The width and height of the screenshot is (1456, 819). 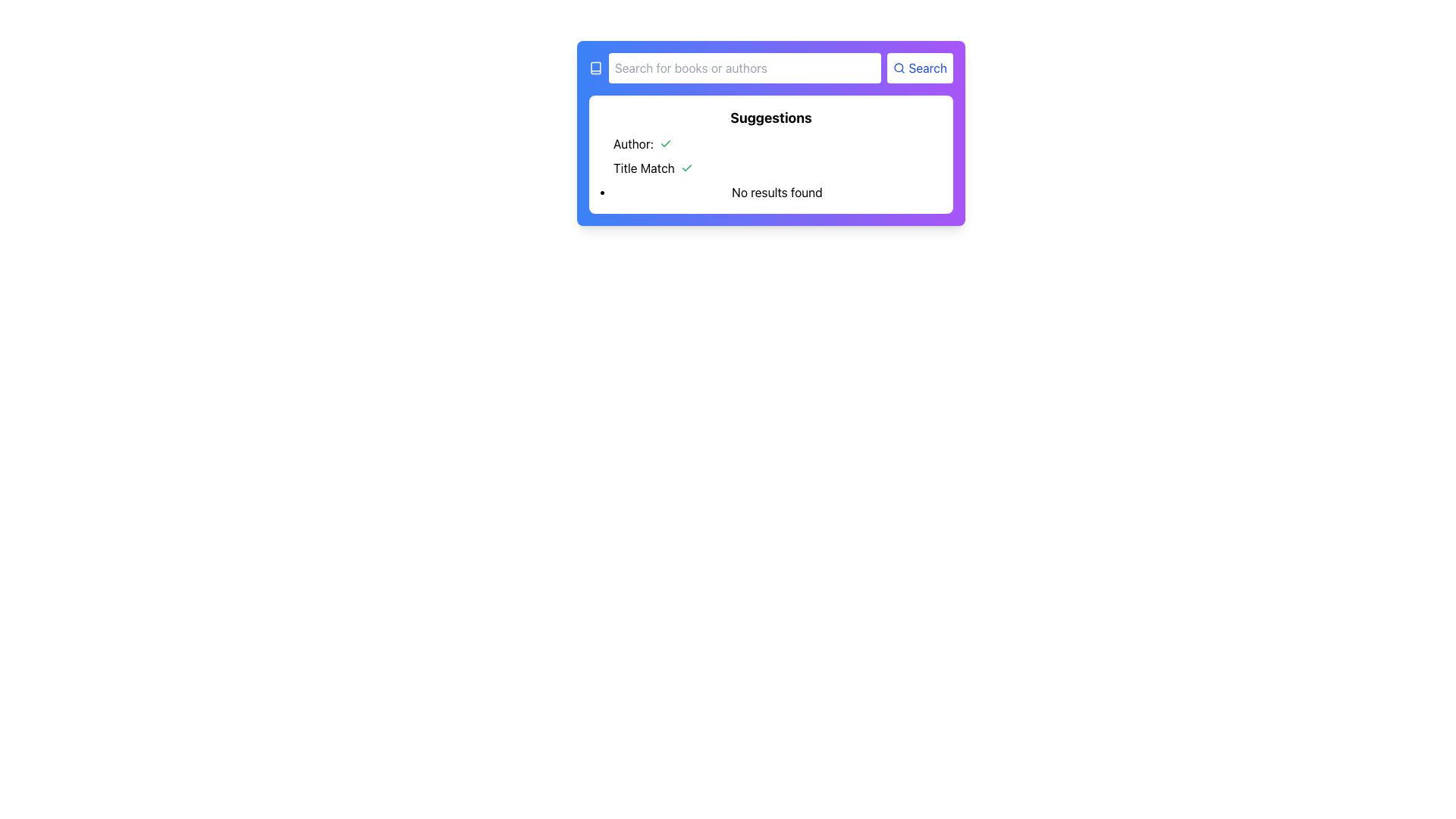 I want to click on the bold text label displaying 'Suggestions', which is prominently placed at the top of a white box with rounded corners and a subtle shadow, so click(x=771, y=117).